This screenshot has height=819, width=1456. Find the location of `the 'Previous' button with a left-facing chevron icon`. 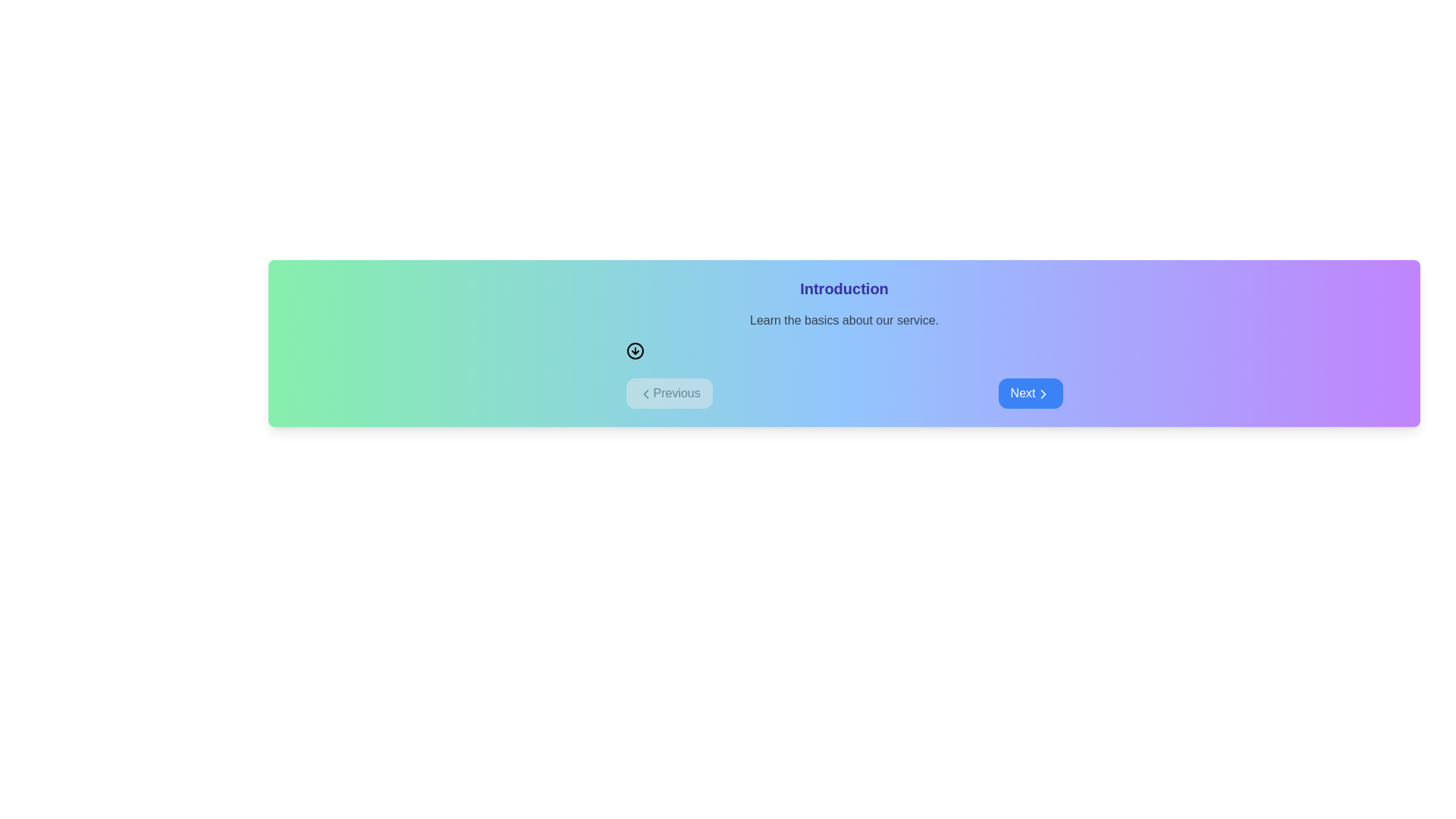

the 'Previous' button with a left-facing chevron icon is located at coordinates (668, 393).